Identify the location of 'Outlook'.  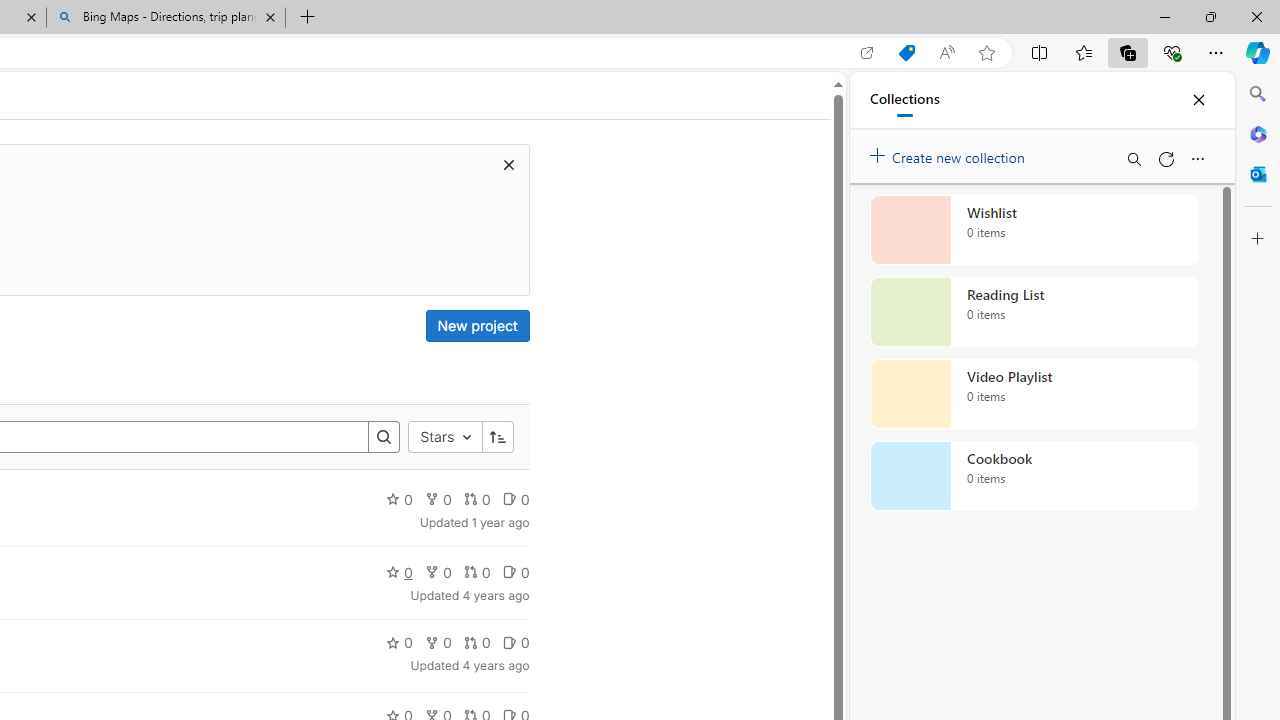
(1257, 173).